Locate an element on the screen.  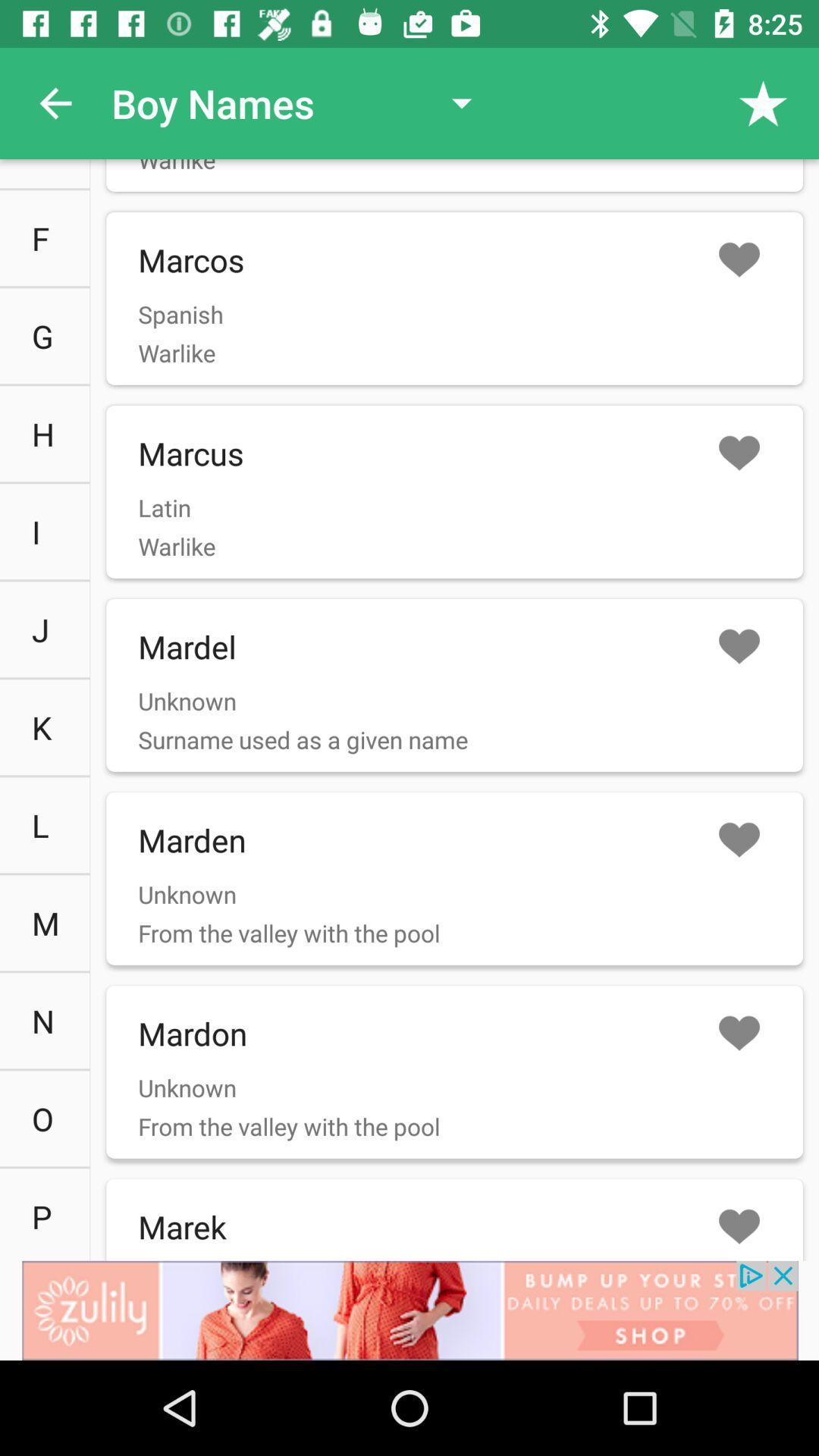
click on advertisements is located at coordinates (409, 1310).